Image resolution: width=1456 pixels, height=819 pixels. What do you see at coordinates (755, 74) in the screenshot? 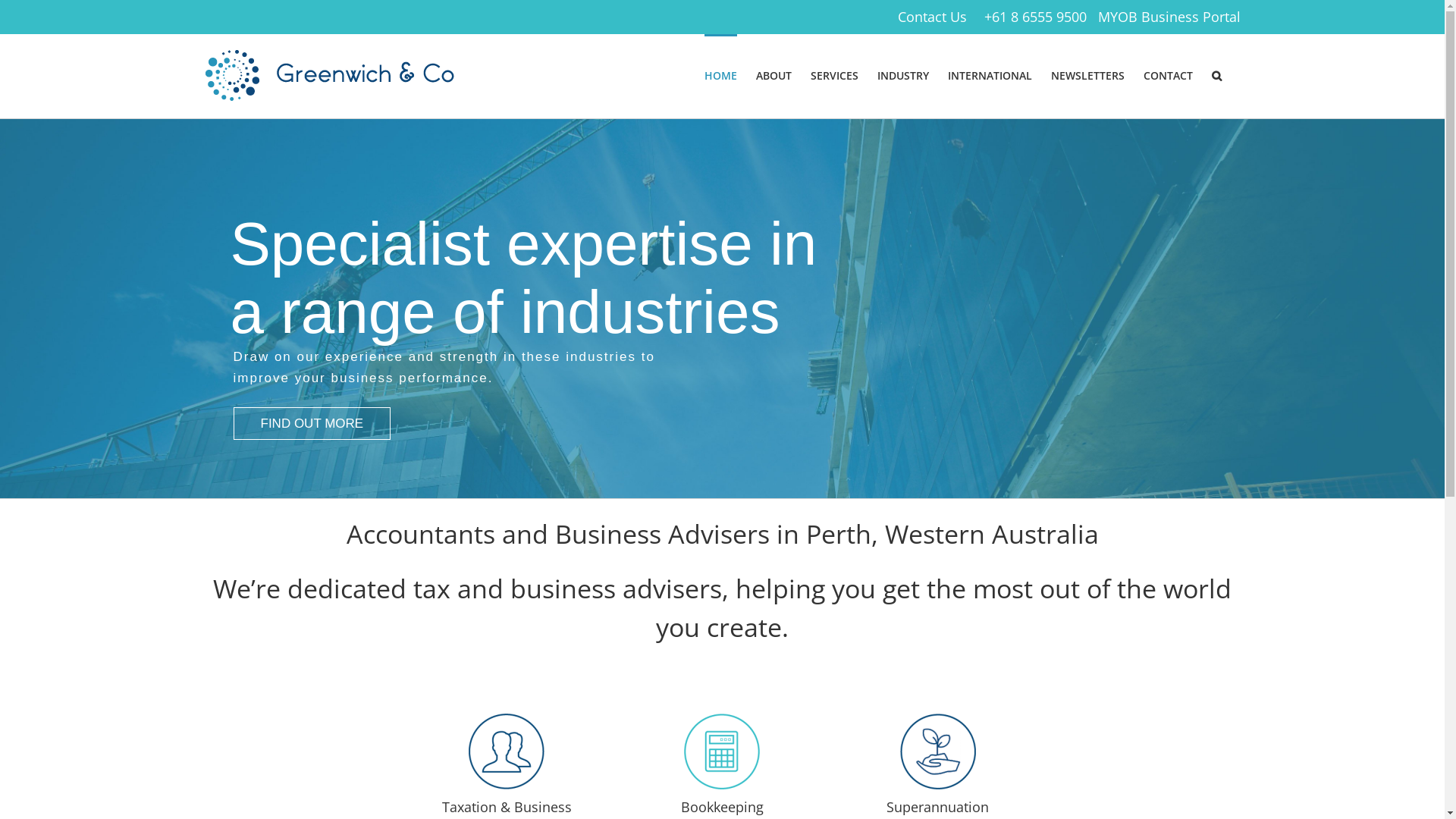
I see `'ABOUT'` at bounding box center [755, 74].